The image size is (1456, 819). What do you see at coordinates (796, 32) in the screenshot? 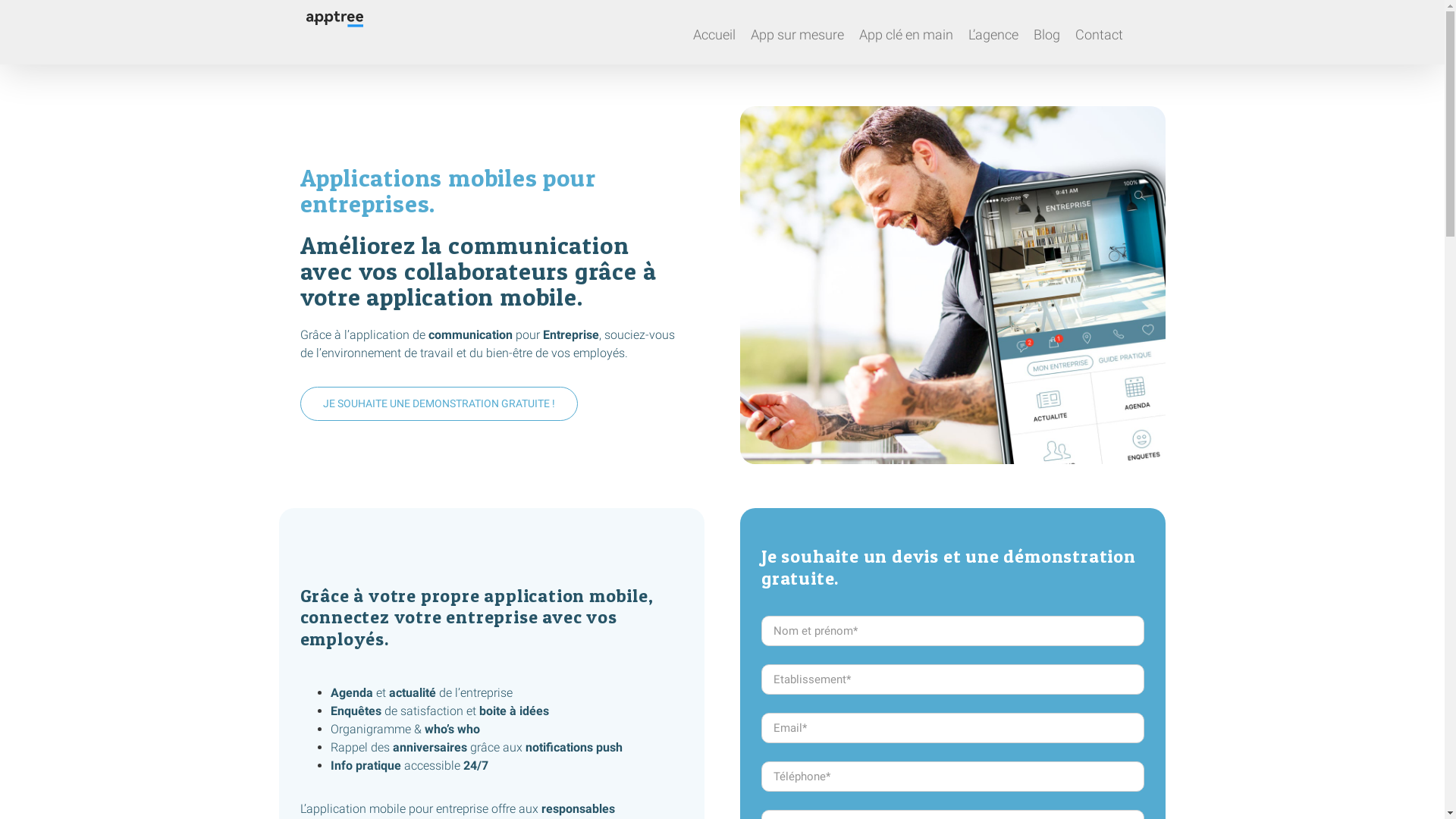
I see `'App sur mesure'` at bounding box center [796, 32].